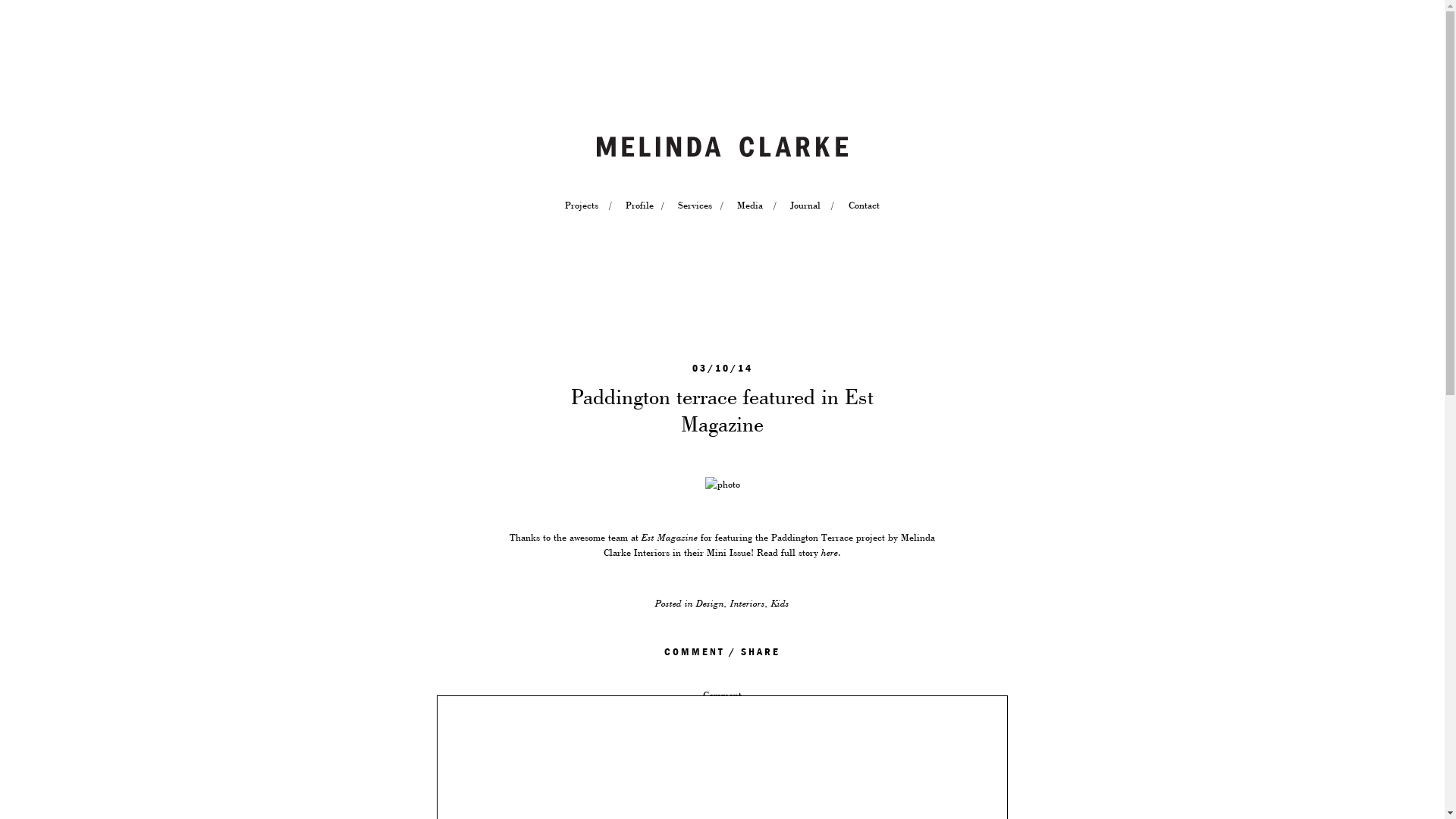  Describe the element at coordinates (709, 602) in the screenshot. I see `'Design'` at that location.